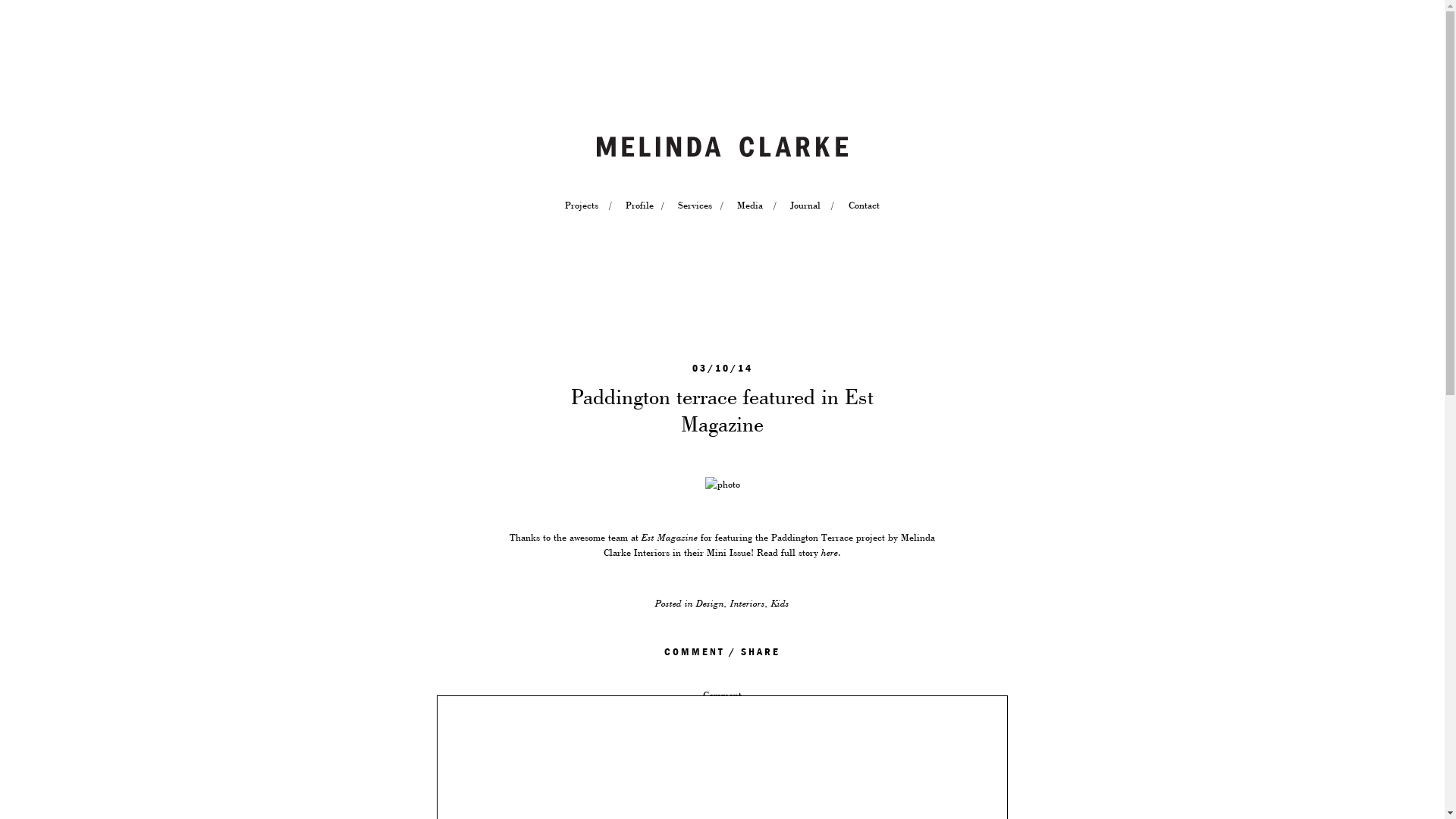  Describe the element at coordinates (709, 602) in the screenshot. I see `'Design'` at that location.